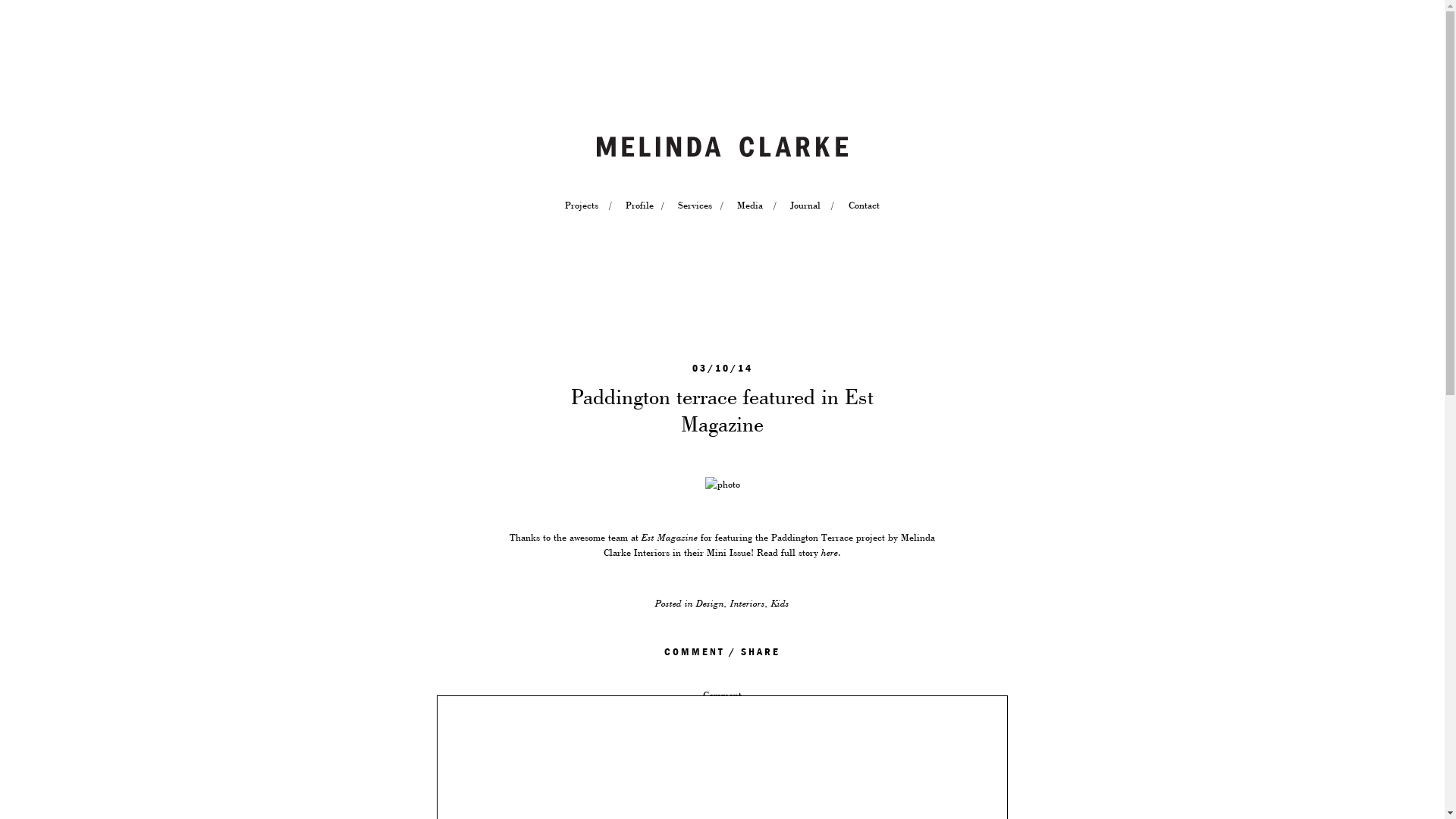  Describe the element at coordinates (709, 602) in the screenshot. I see `'Design'` at that location.